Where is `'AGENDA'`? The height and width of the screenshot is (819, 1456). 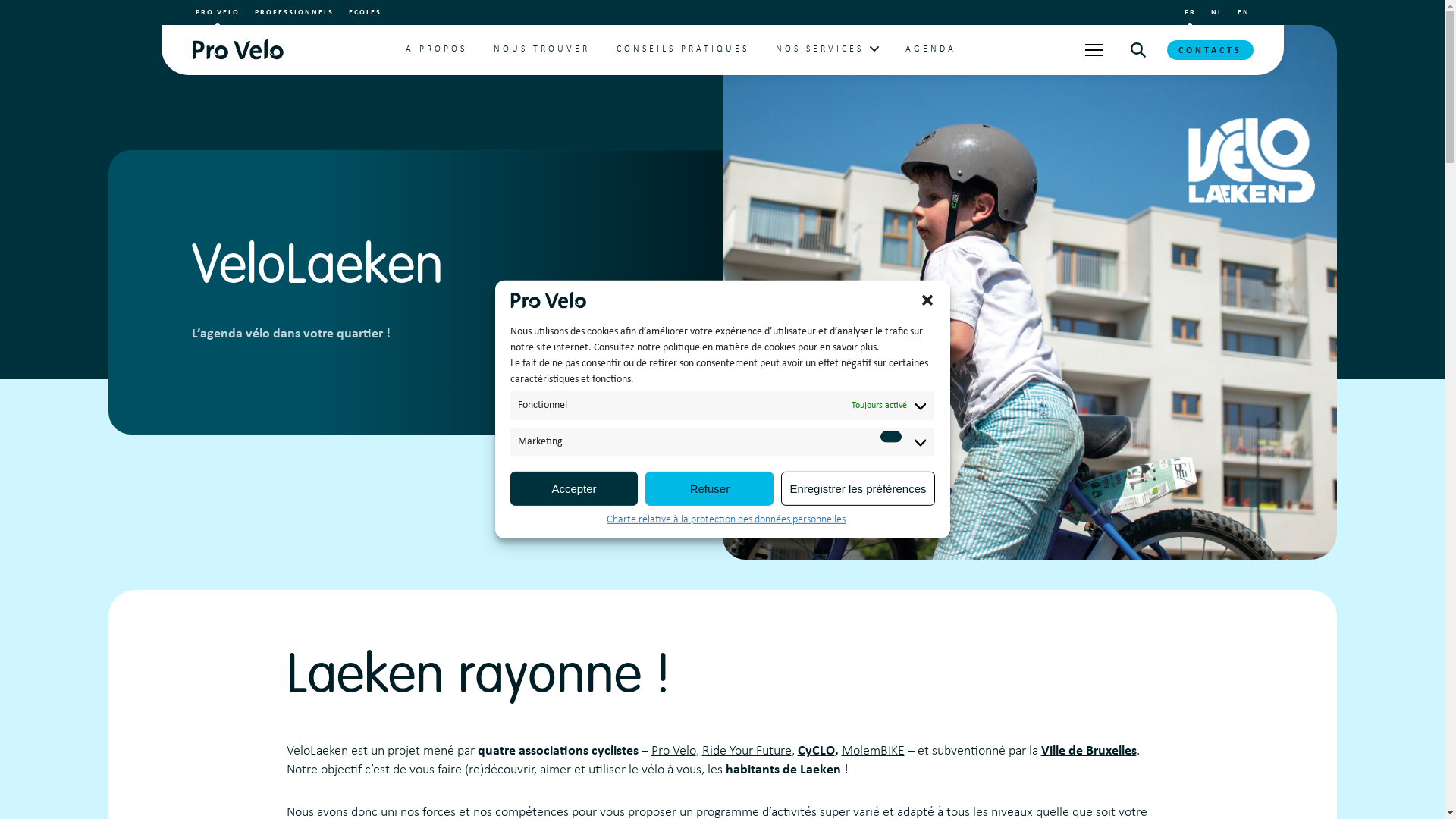 'AGENDA' is located at coordinates (905, 49).